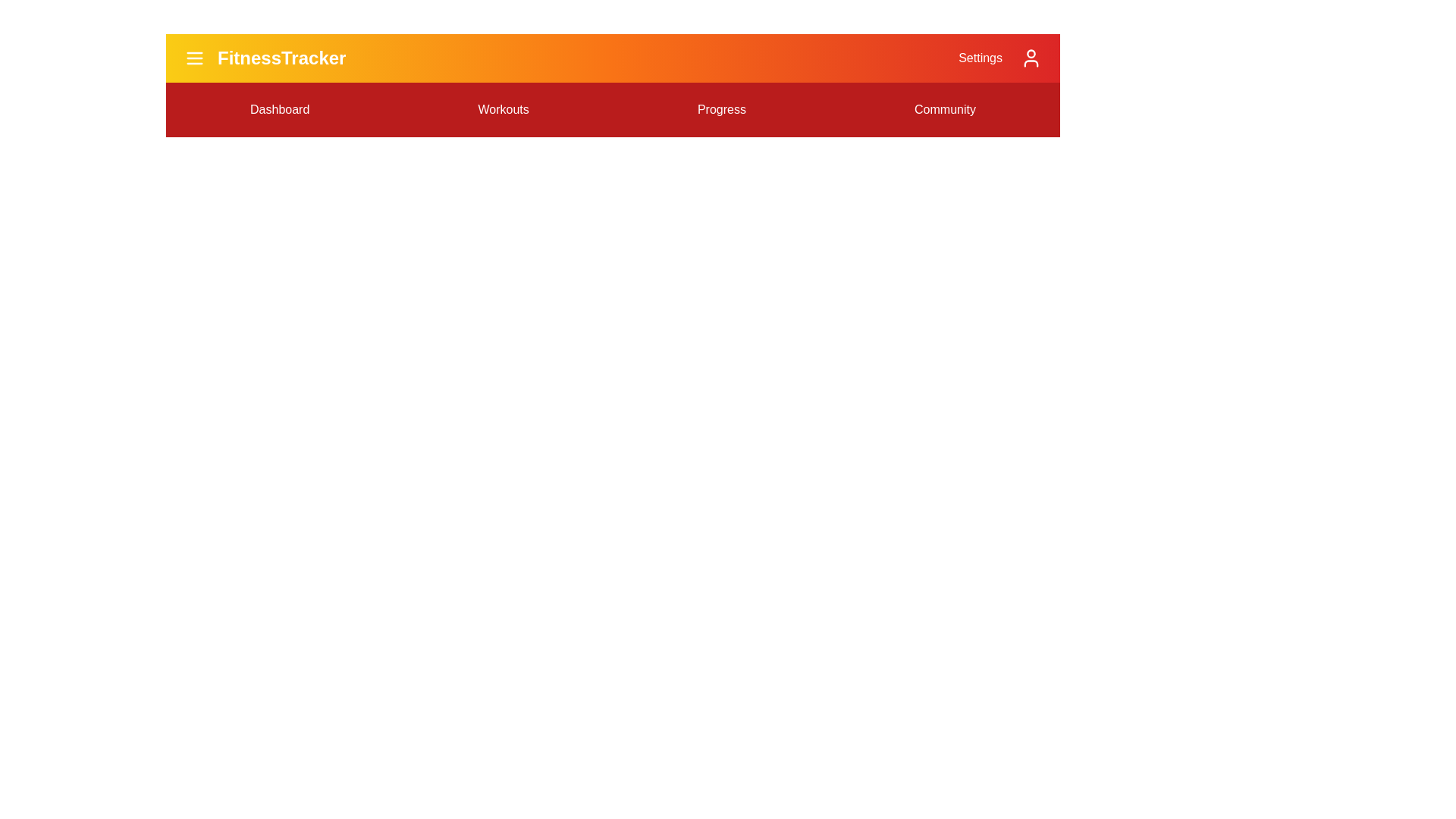 This screenshot has height=819, width=1456. Describe the element at coordinates (1031, 58) in the screenshot. I see `the user profile icon` at that location.